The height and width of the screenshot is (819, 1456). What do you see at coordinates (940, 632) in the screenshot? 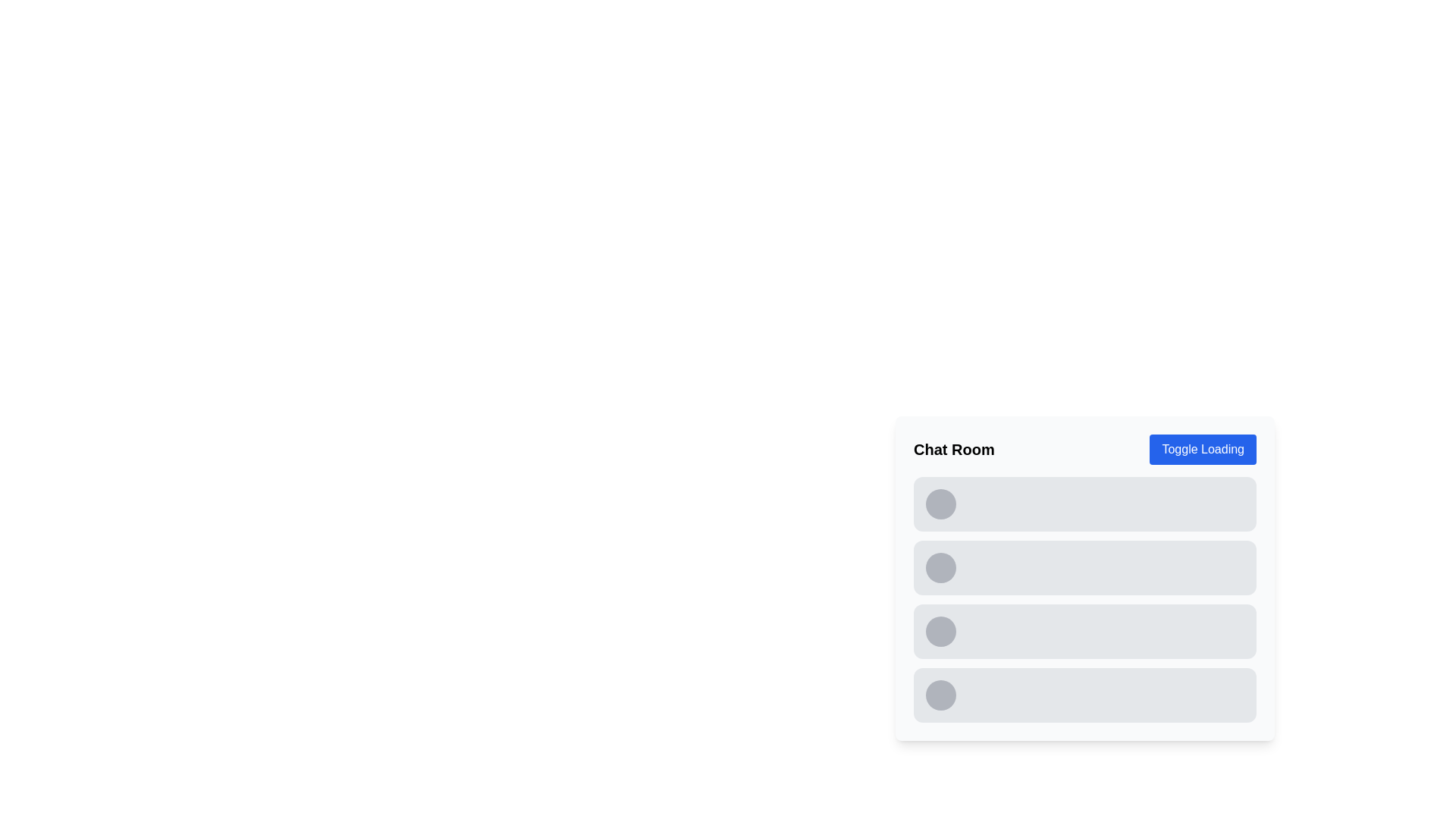
I see `the circular, gray Avatar placeholder located in the fourth row of the Chat Room UI, aligned with other circular elements` at bounding box center [940, 632].